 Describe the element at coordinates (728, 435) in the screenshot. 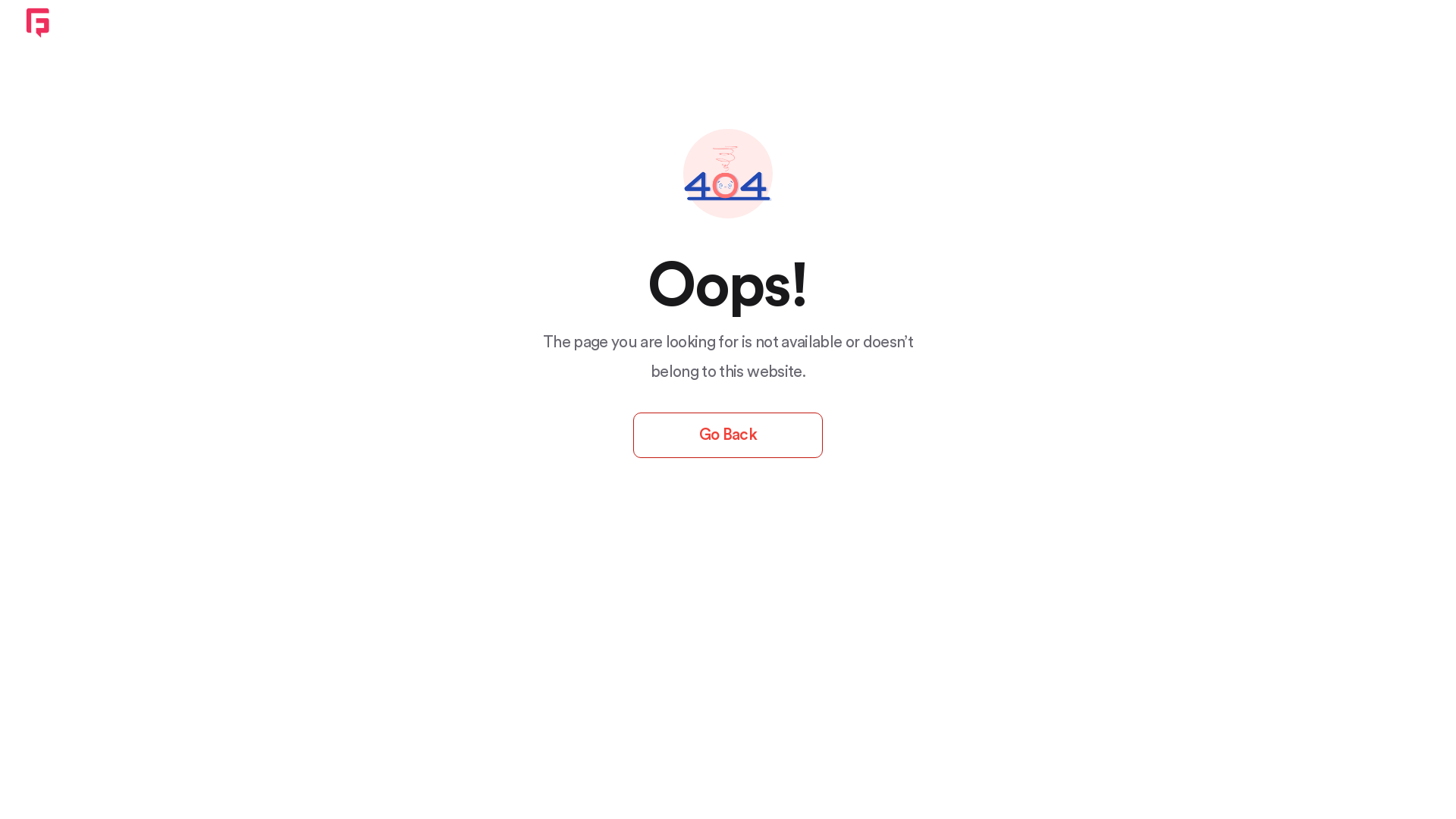

I see `'Go Back'` at that location.